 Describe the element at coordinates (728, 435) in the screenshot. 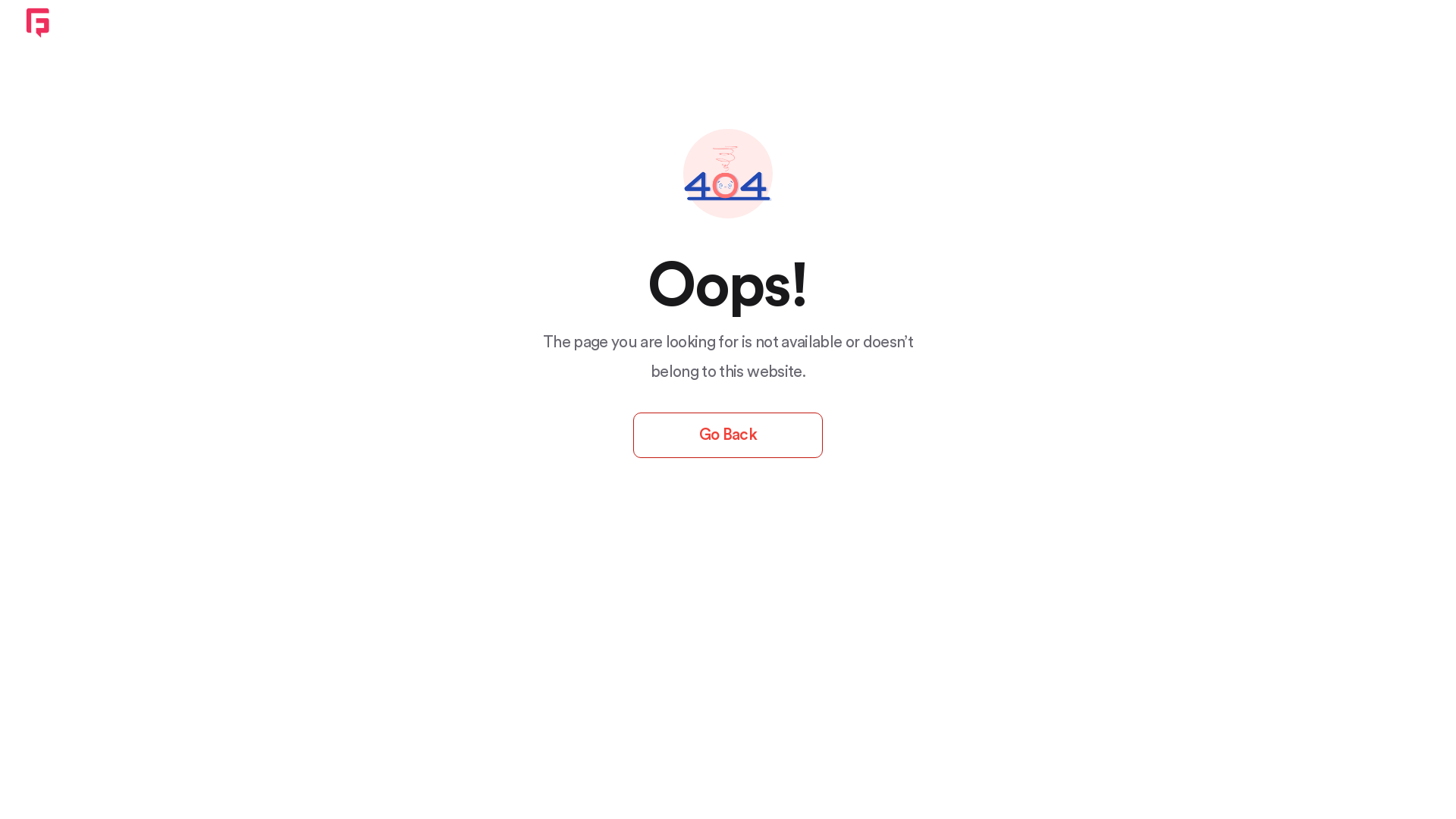

I see `'Go Back'` at that location.